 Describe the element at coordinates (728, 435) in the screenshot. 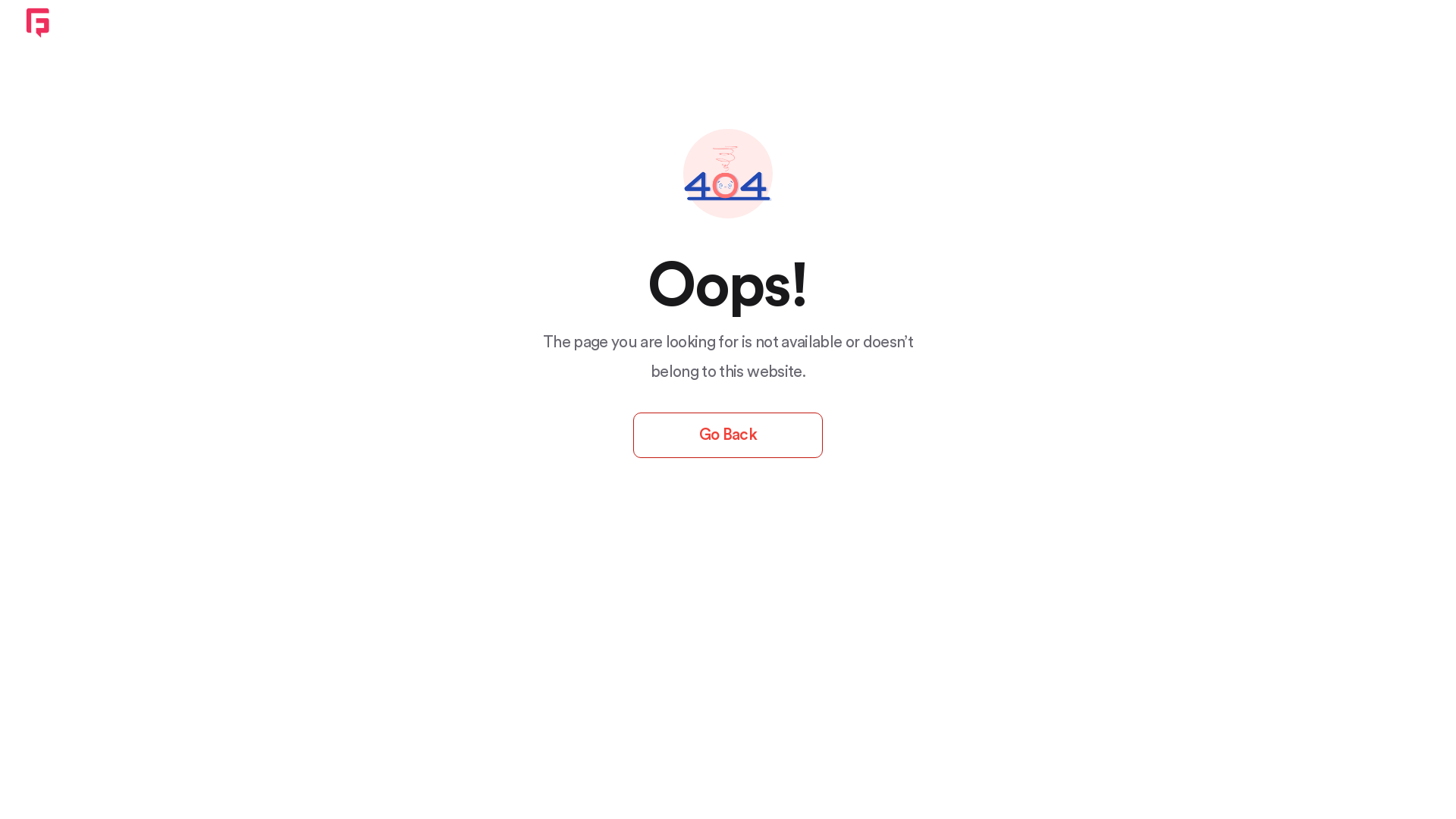

I see `'Go Back'` at that location.